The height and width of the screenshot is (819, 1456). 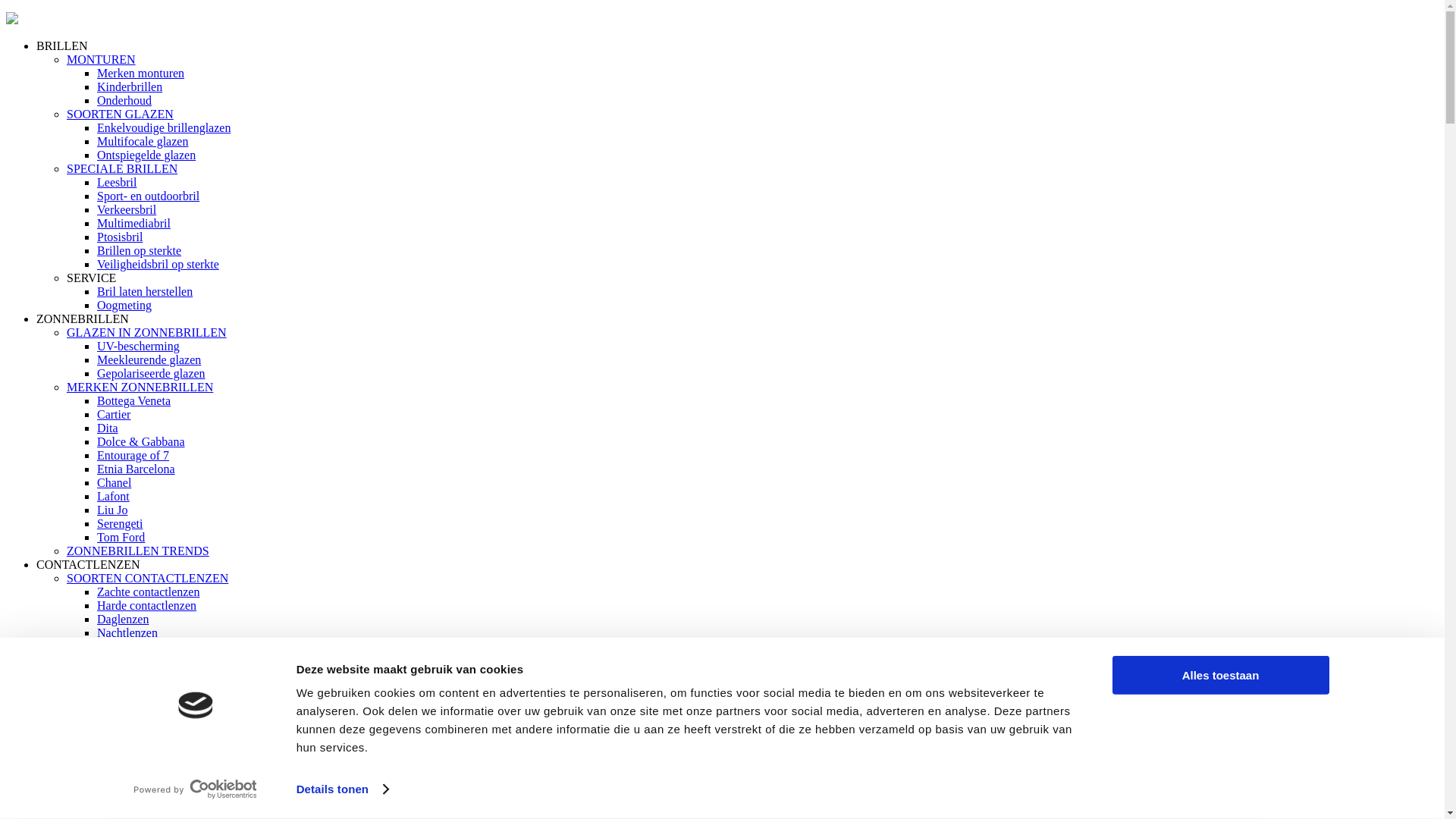 What do you see at coordinates (90, 278) in the screenshot?
I see `'SERVICE'` at bounding box center [90, 278].